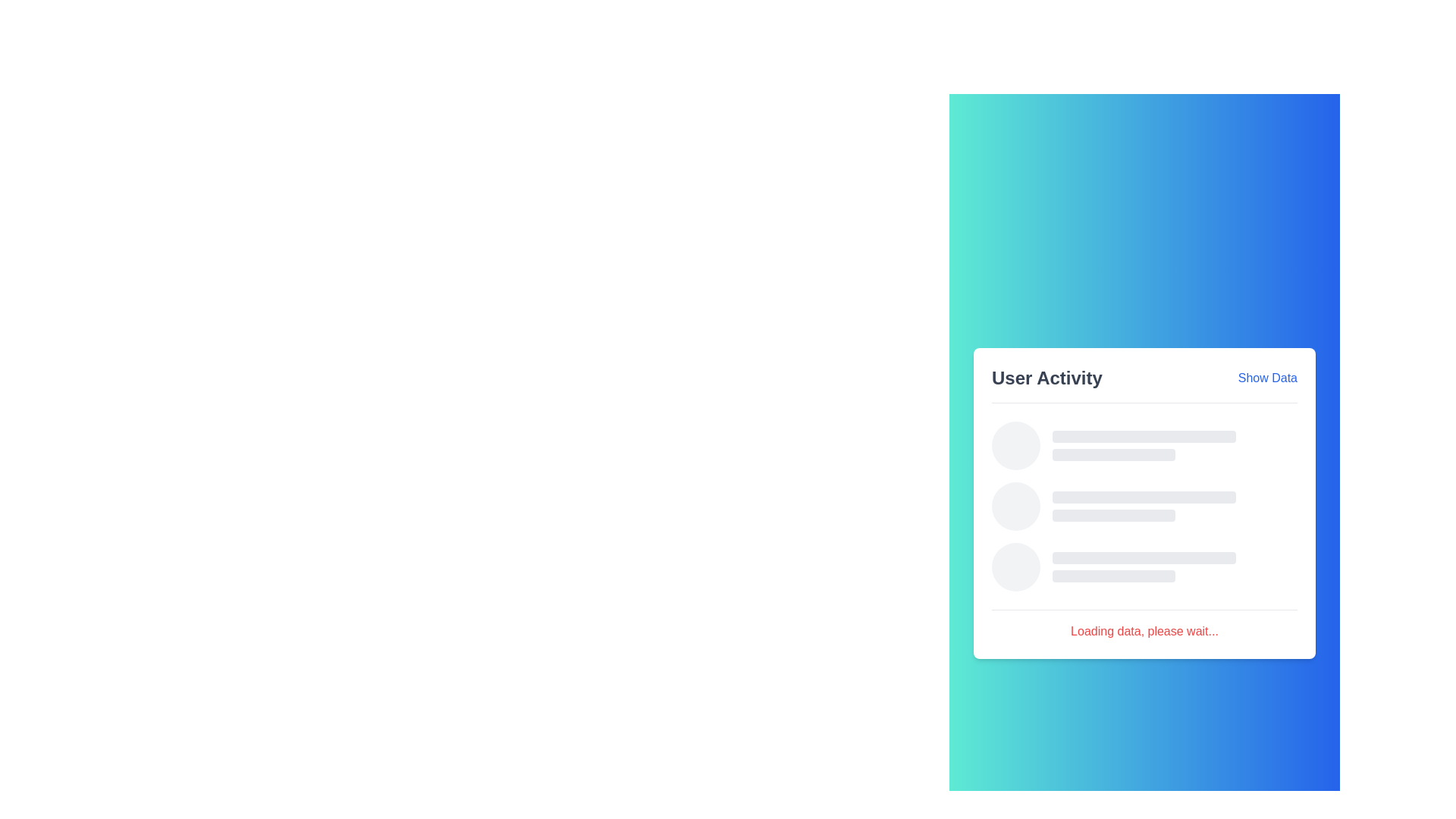 This screenshot has height=819, width=1456. Describe the element at coordinates (1144, 632) in the screenshot. I see `the static text label that reads 'Loading data, please wait...' styled in red, positioned at the bottom of the user activity section` at that location.